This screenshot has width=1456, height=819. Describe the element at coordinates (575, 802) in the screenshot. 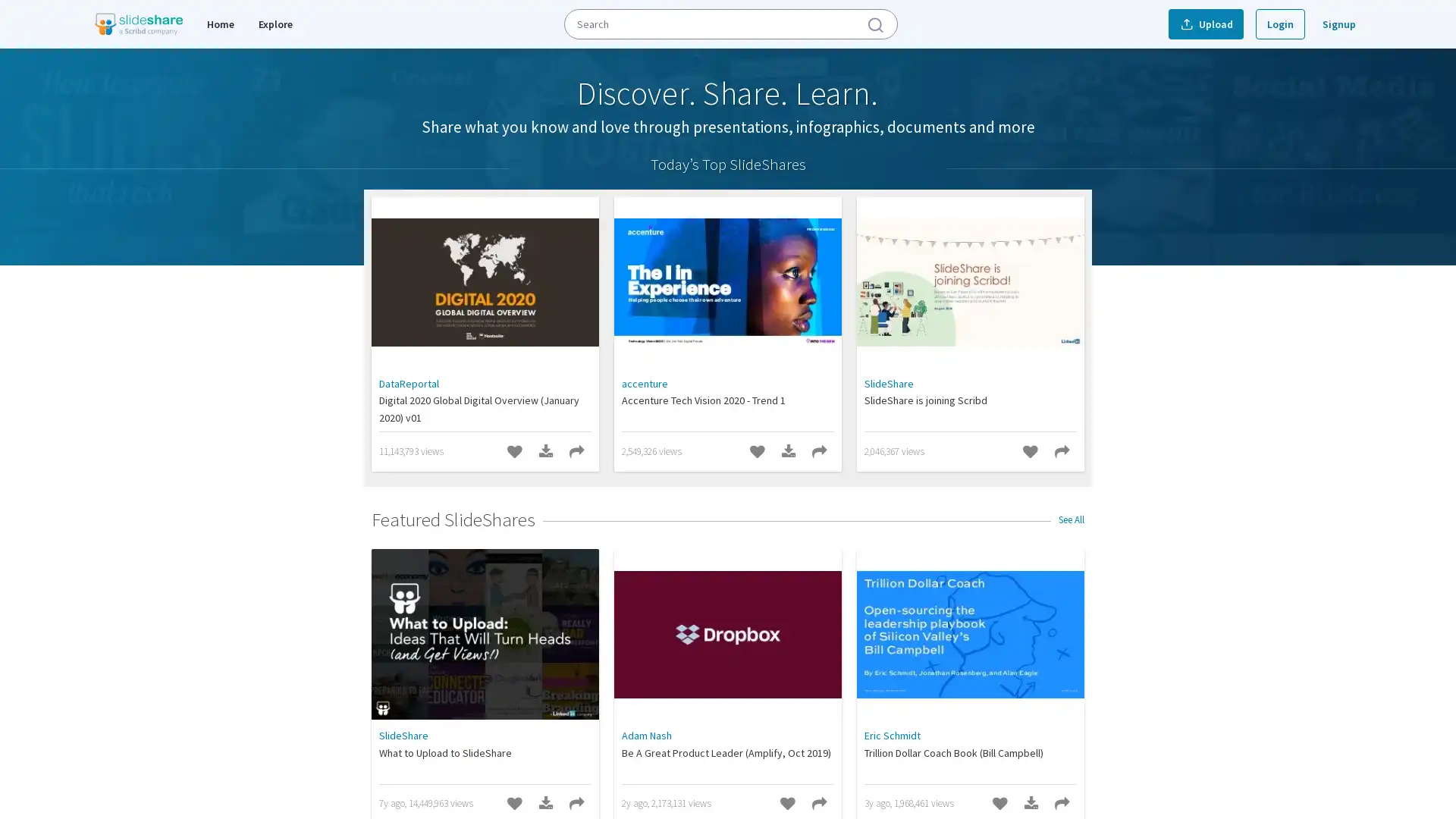

I see `Share What to Upload to SlideShare SlideShare.` at that location.